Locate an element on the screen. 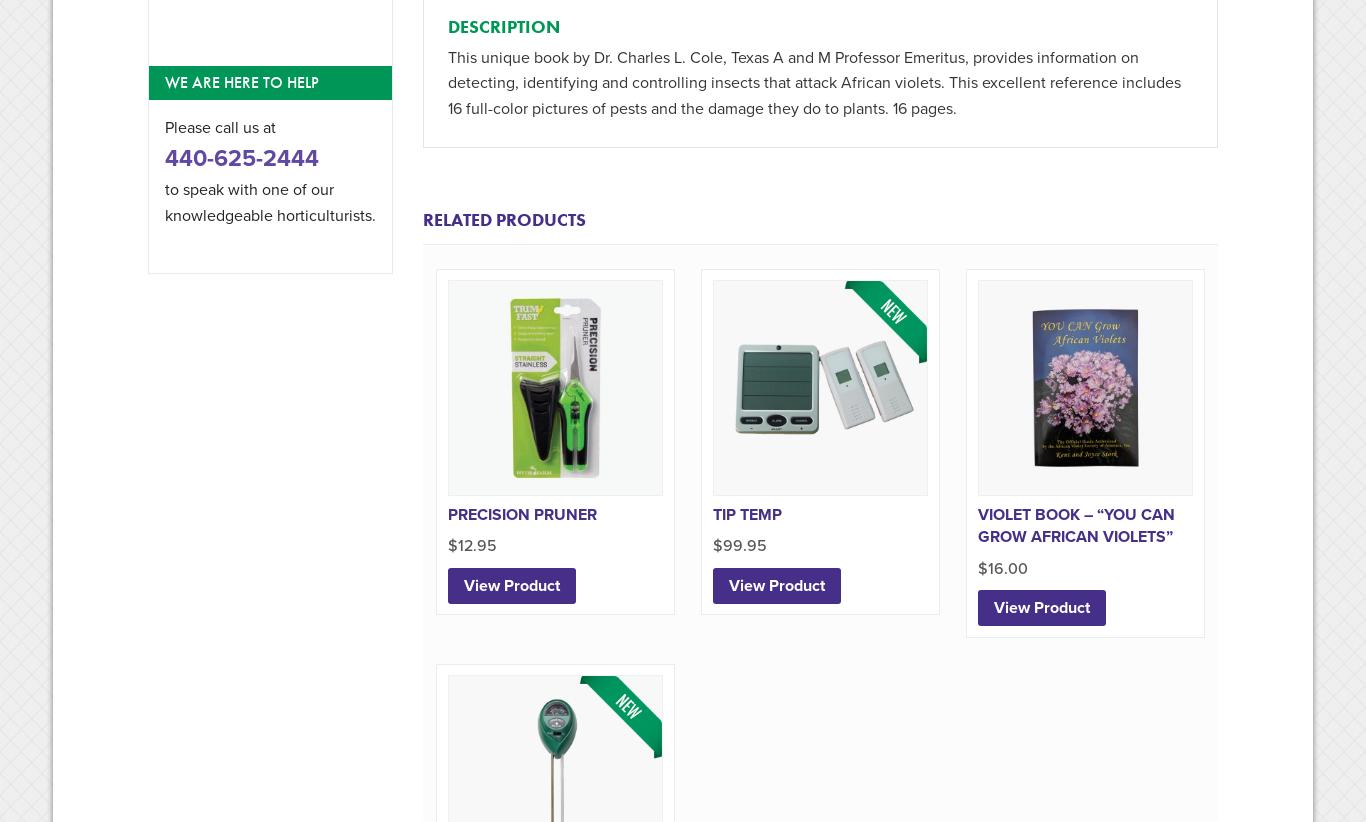 This screenshot has height=822, width=1366. 'We are here to help' is located at coordinates (242, 82).